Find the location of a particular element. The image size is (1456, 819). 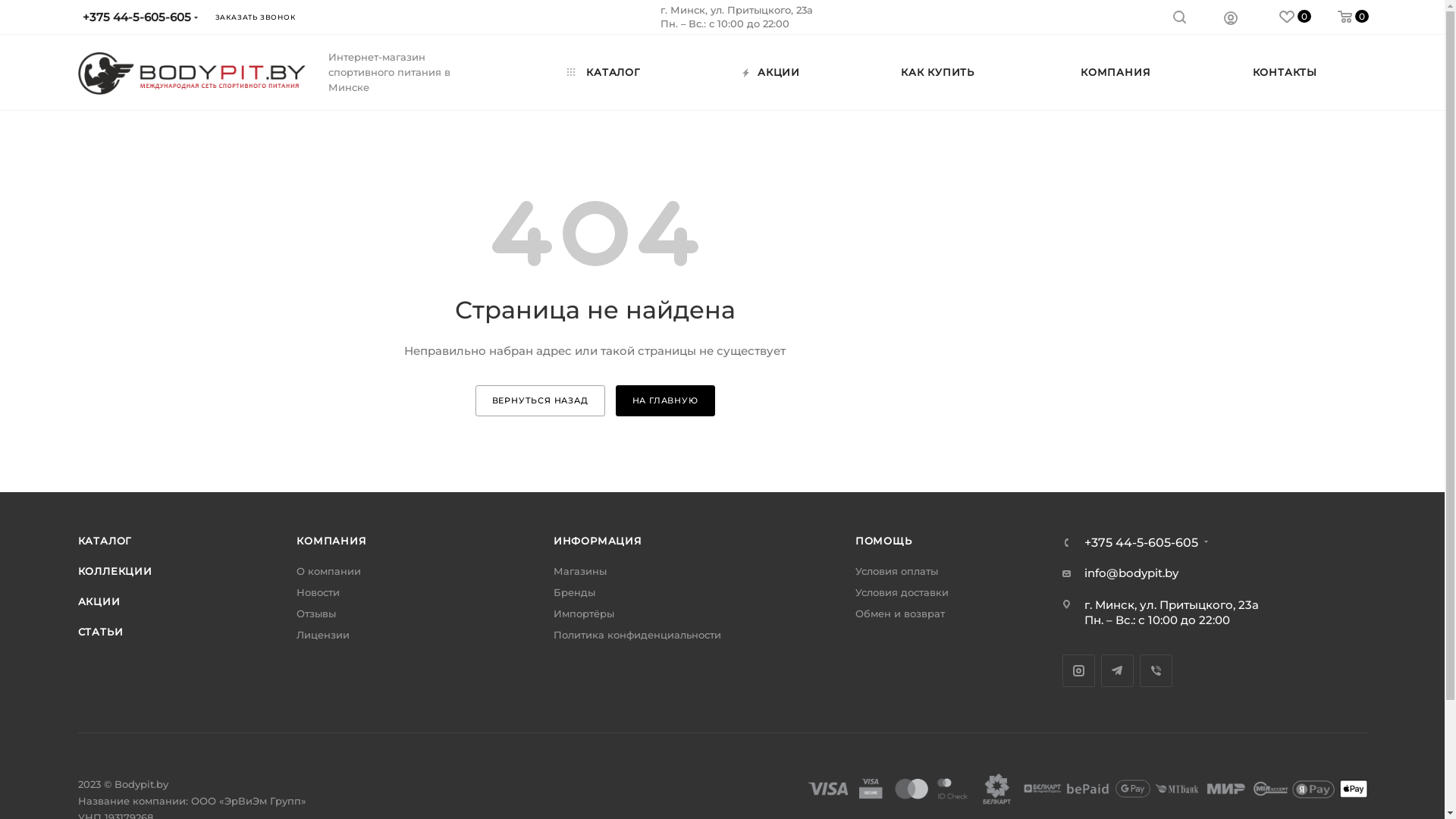

'0' is located at coordinates (1281, 17).